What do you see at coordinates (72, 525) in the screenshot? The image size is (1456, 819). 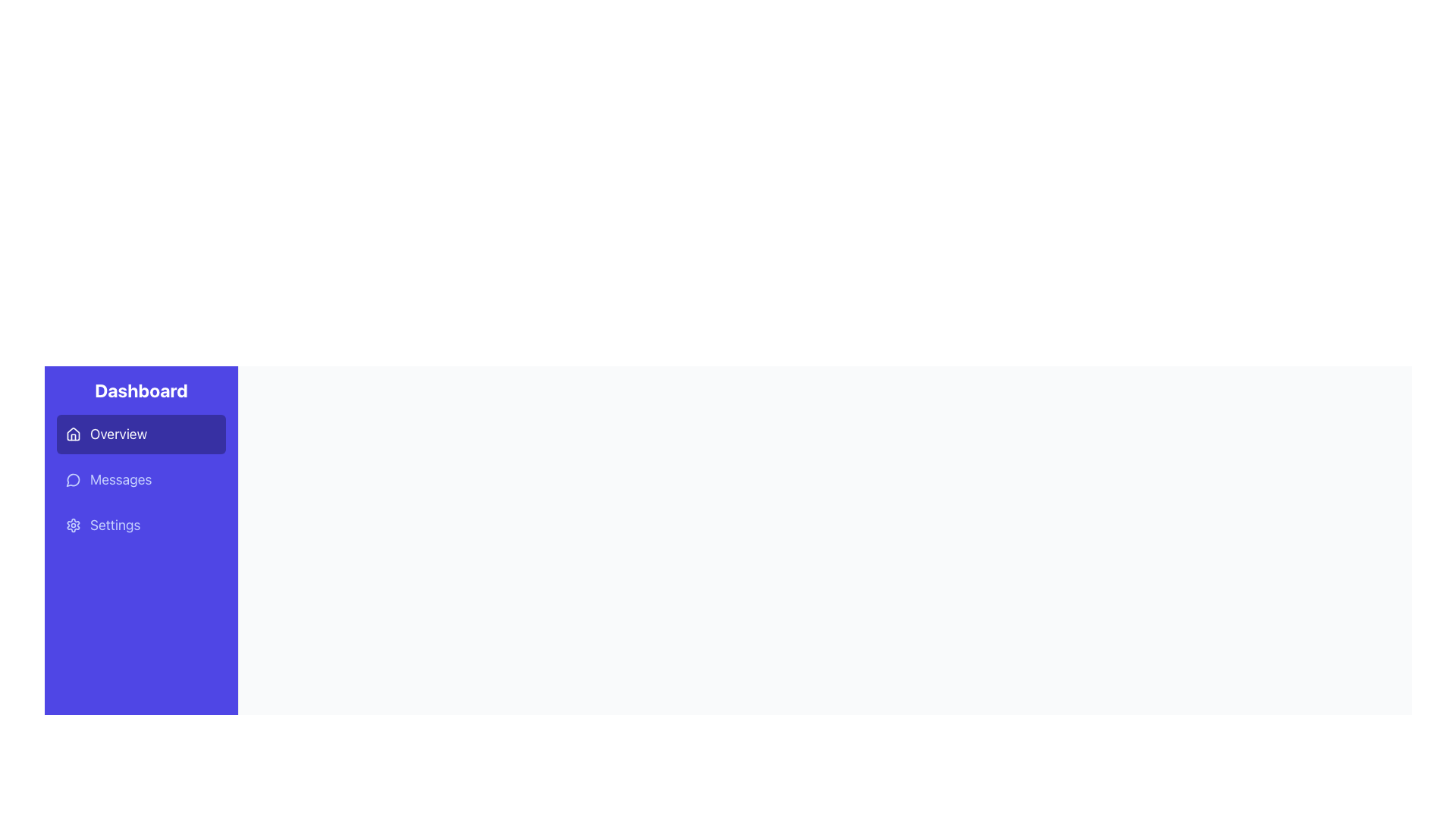 I see `the gear icon located in the sidebar to the left of the 'Settings' label` at bounding box center [72, 525].